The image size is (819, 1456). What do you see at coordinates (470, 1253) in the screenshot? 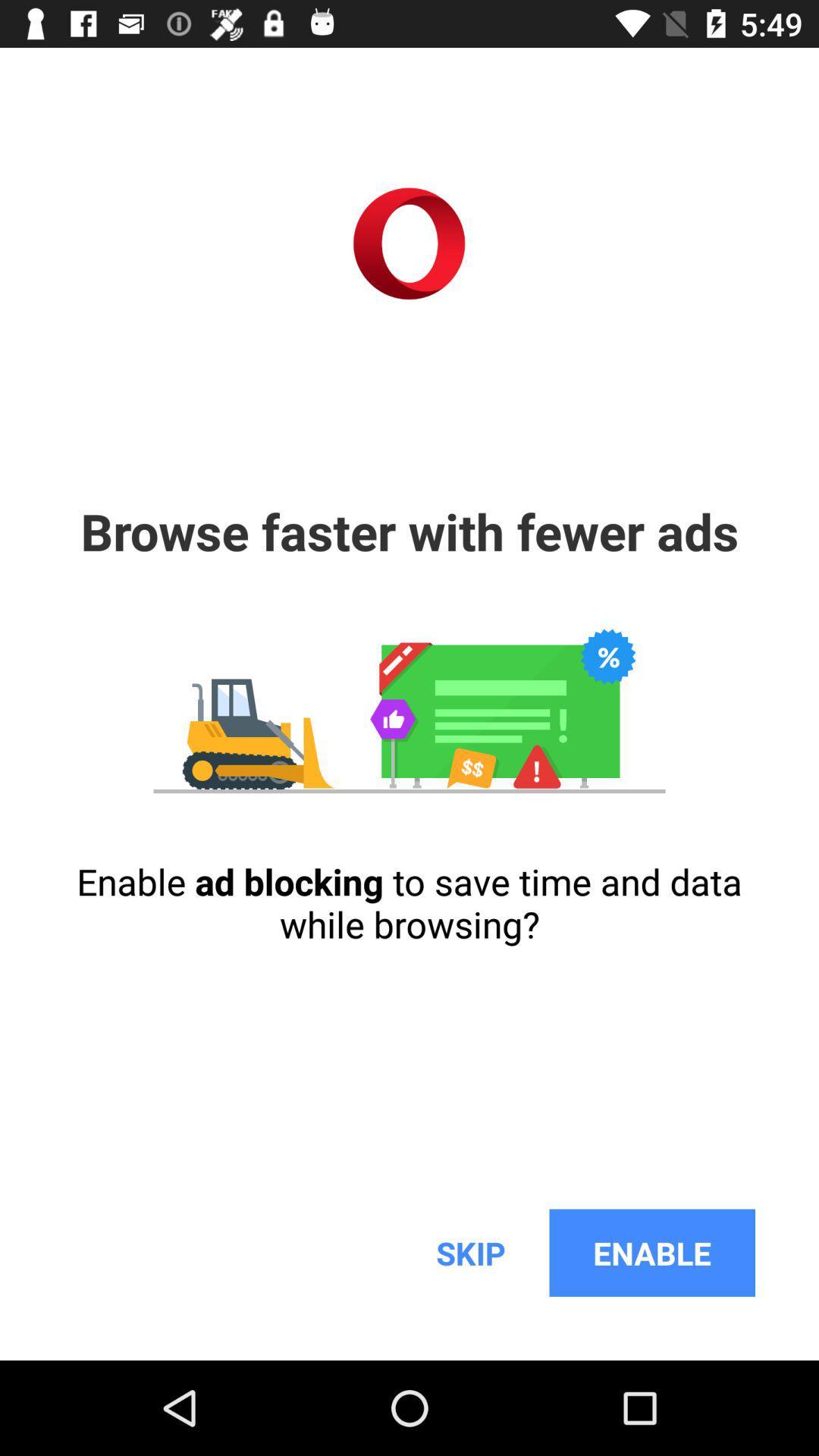
I see `item next to the enable icon` at bounding box center [470, 1253].